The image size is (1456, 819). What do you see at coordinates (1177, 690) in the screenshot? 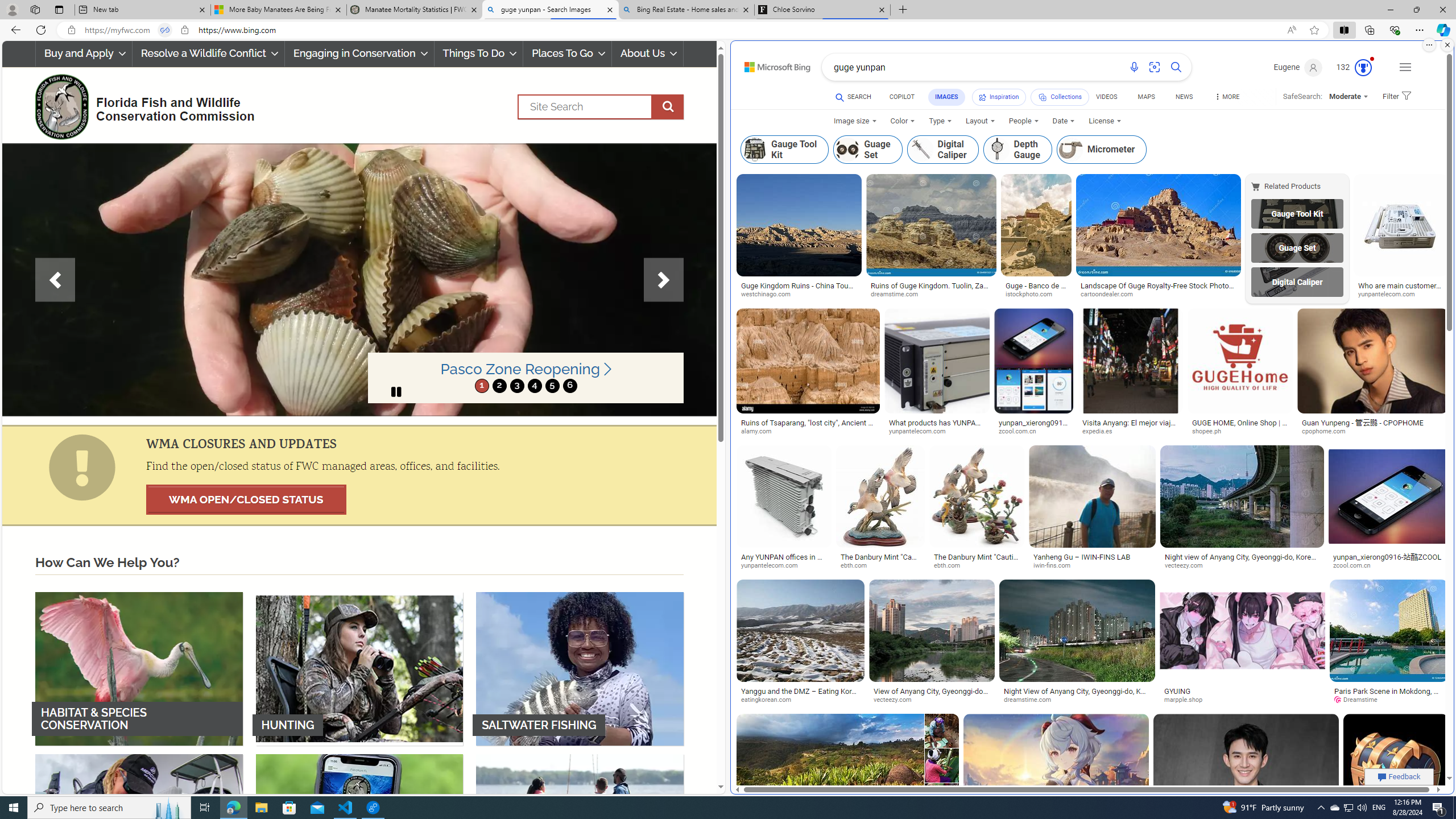
I see `'GYUING'` at bounding box center [1177, 690].